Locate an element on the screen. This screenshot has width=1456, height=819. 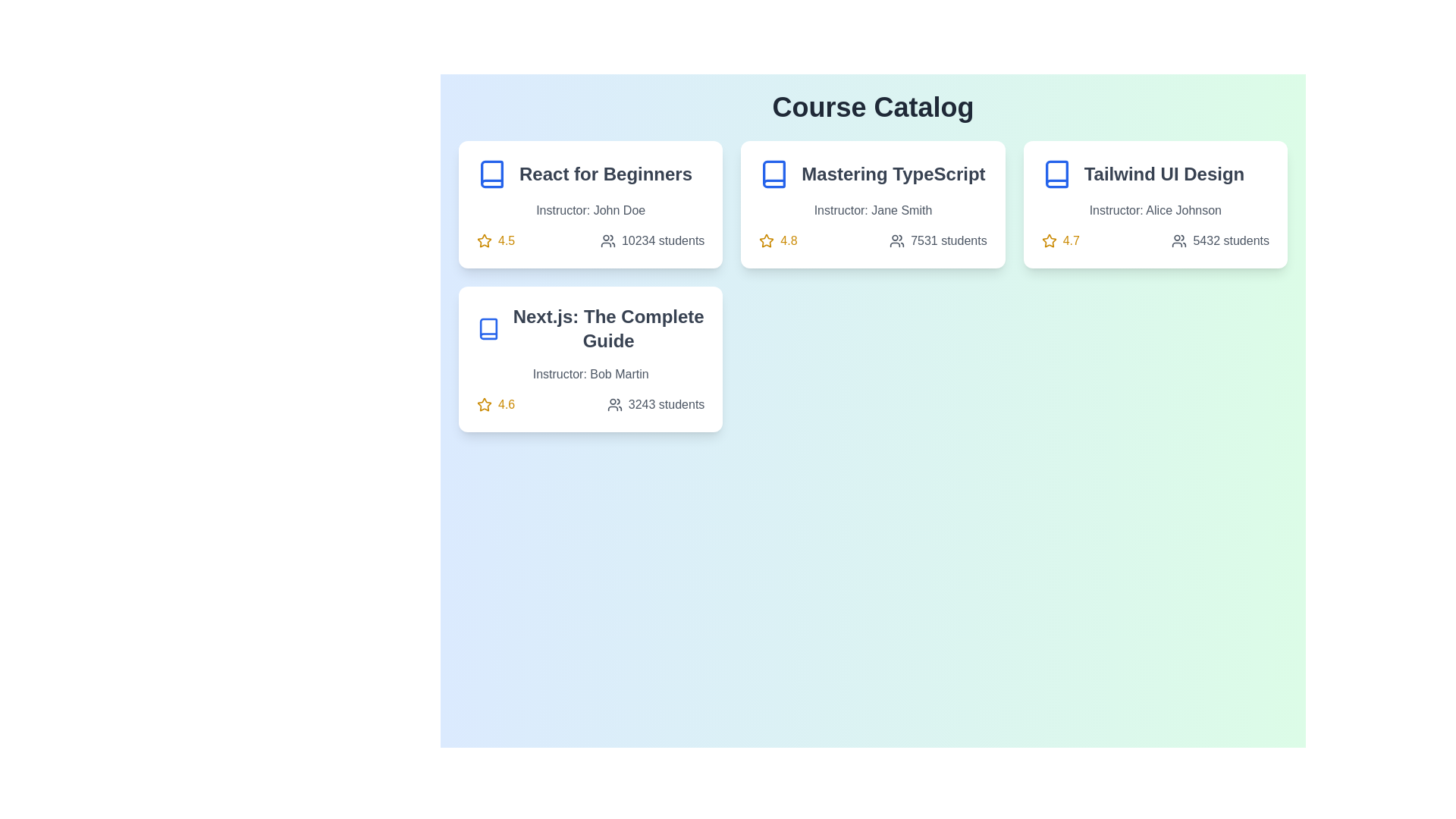
the rating icon located beneath the course title 'Next.js: The Complete Guide' and adjacent to the numerical rating '4.6' is located at coordinates (483, 240).